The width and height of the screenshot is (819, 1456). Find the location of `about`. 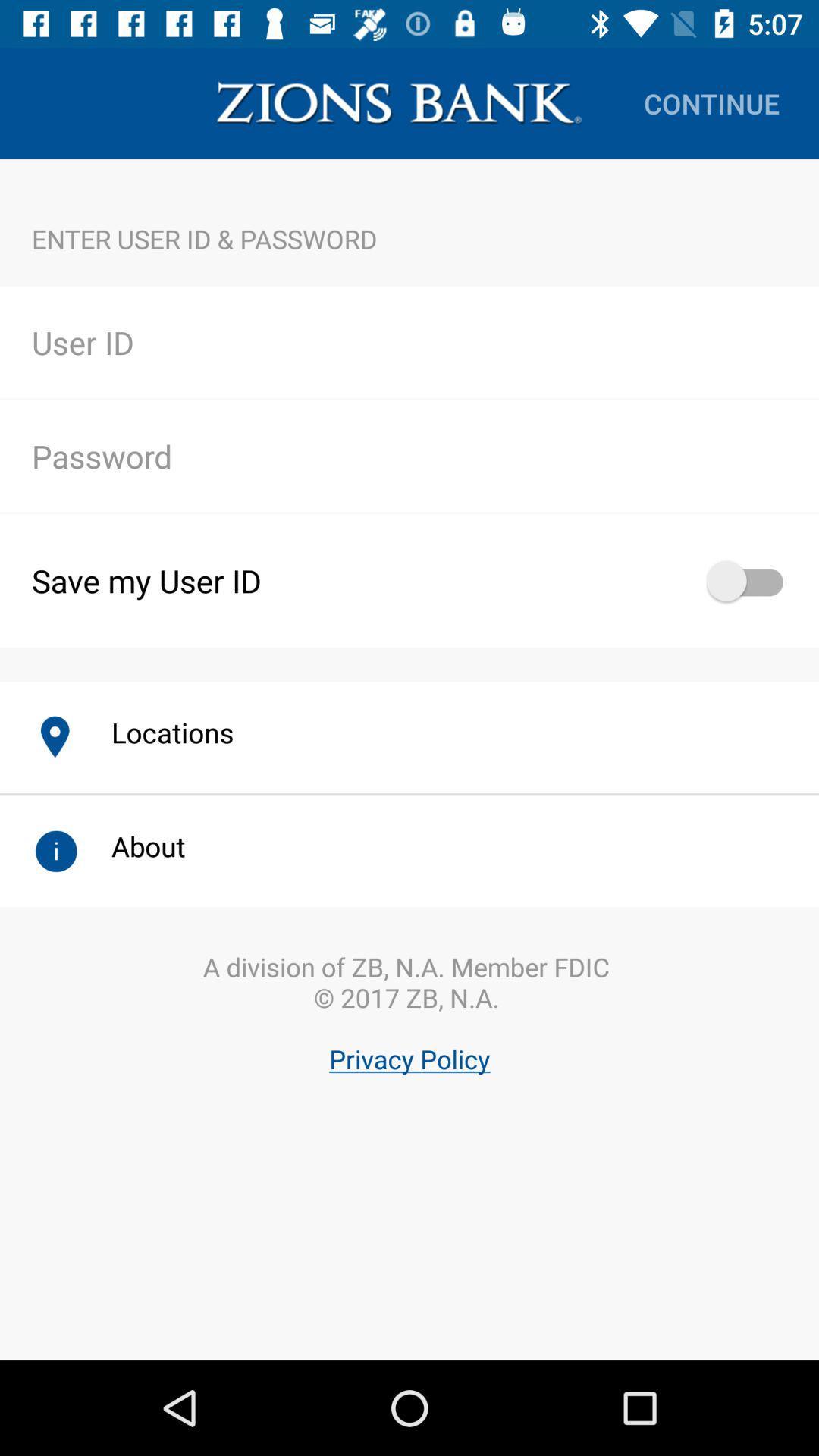

about is located at coordinates (131, 846).